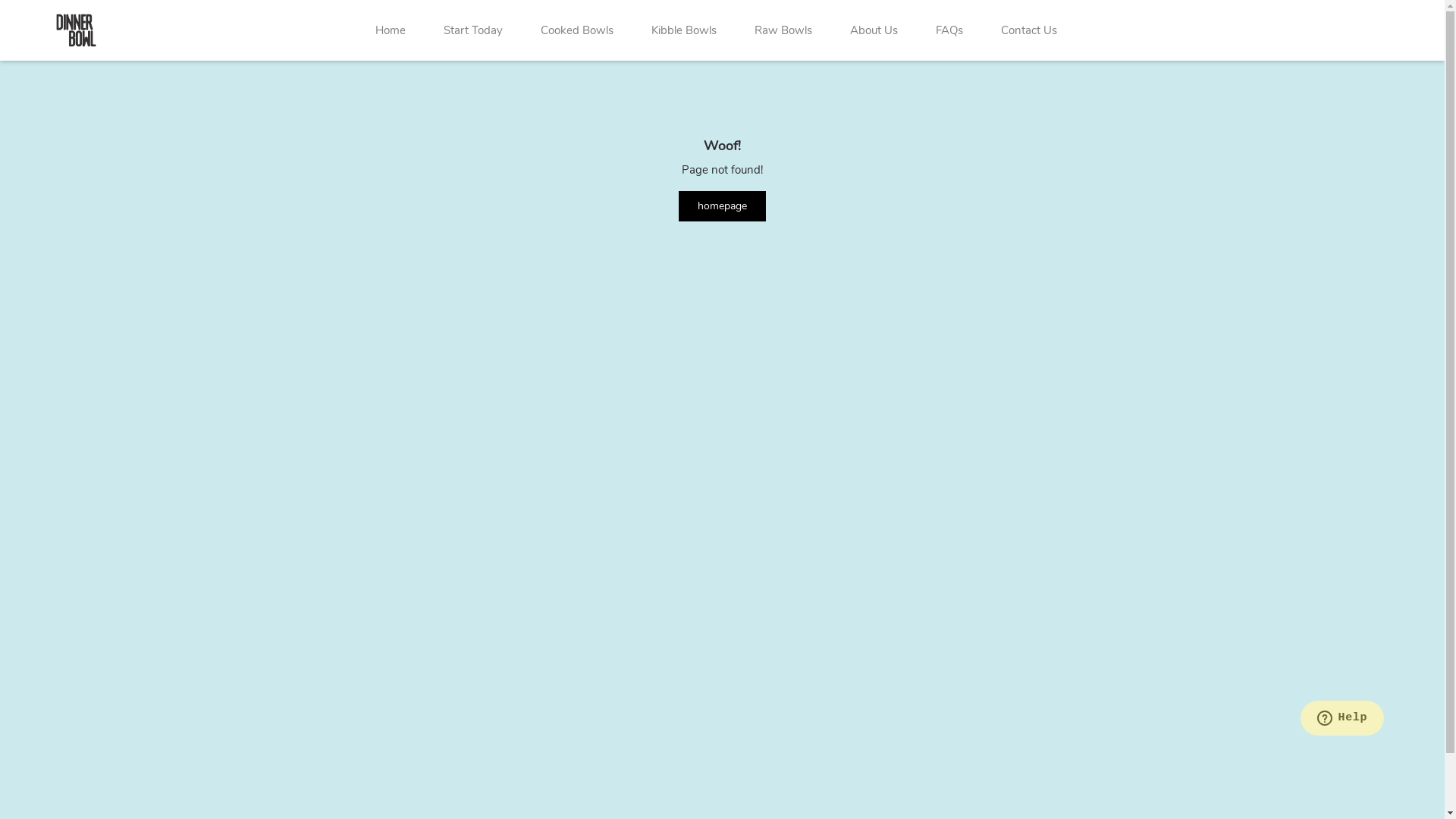  Describe the element at coordinates (472, 30) in the screenshot. I see `'Start Today'` at that location.